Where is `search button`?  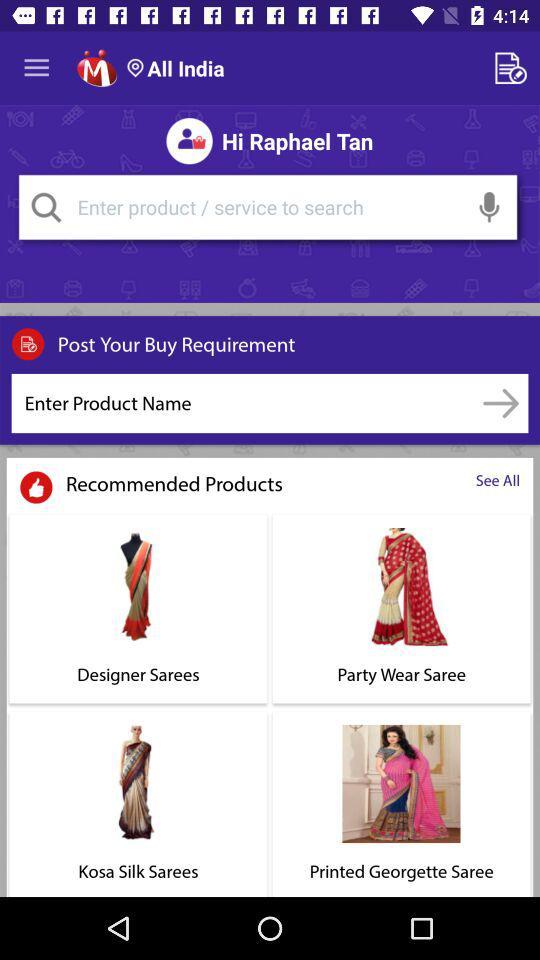 search button is located at coordinates (46, 207).